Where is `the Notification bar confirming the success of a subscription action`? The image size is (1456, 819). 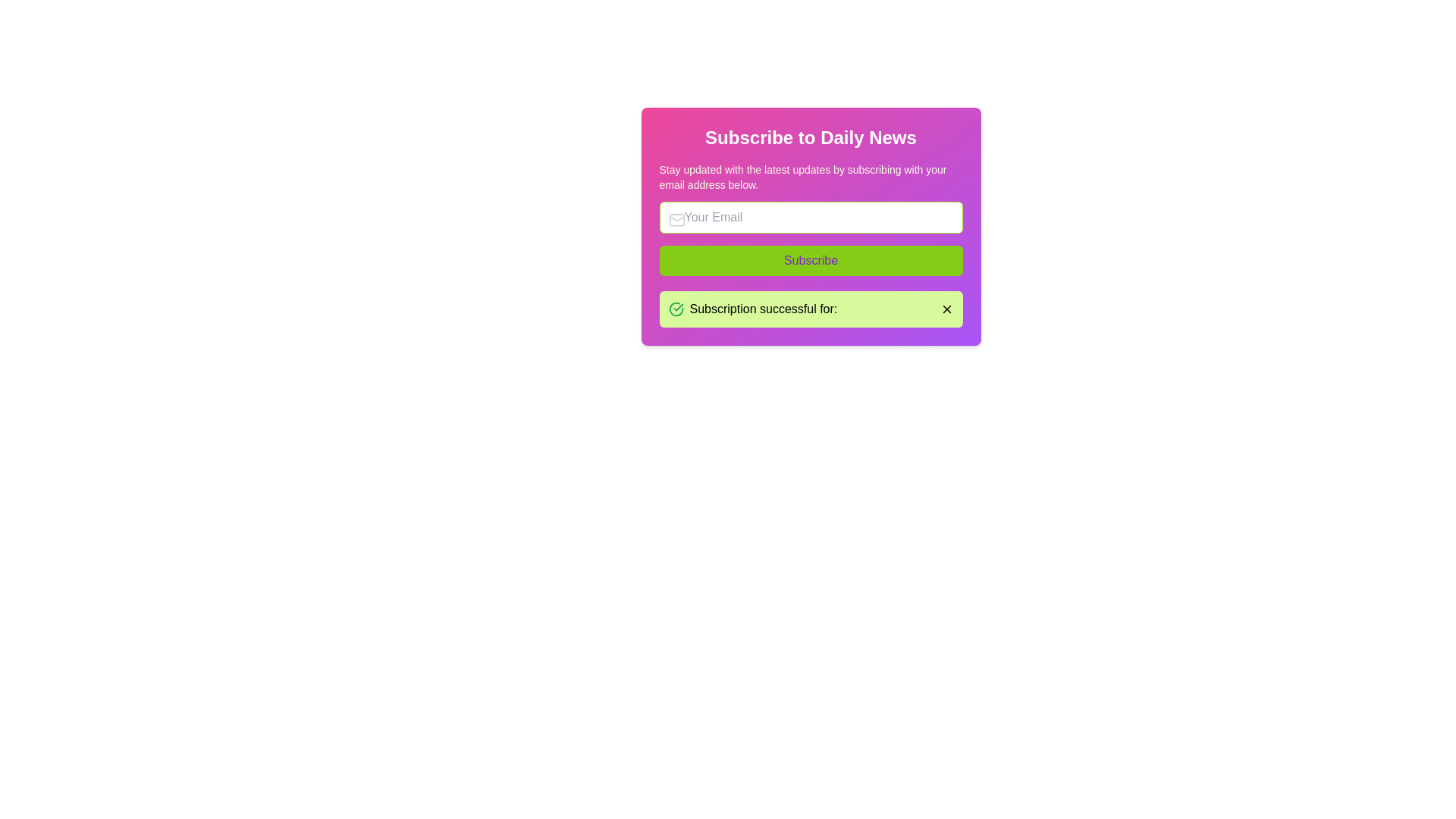 the Notification bar confirming the success of a subscription action is located at coordinates (810, 309).